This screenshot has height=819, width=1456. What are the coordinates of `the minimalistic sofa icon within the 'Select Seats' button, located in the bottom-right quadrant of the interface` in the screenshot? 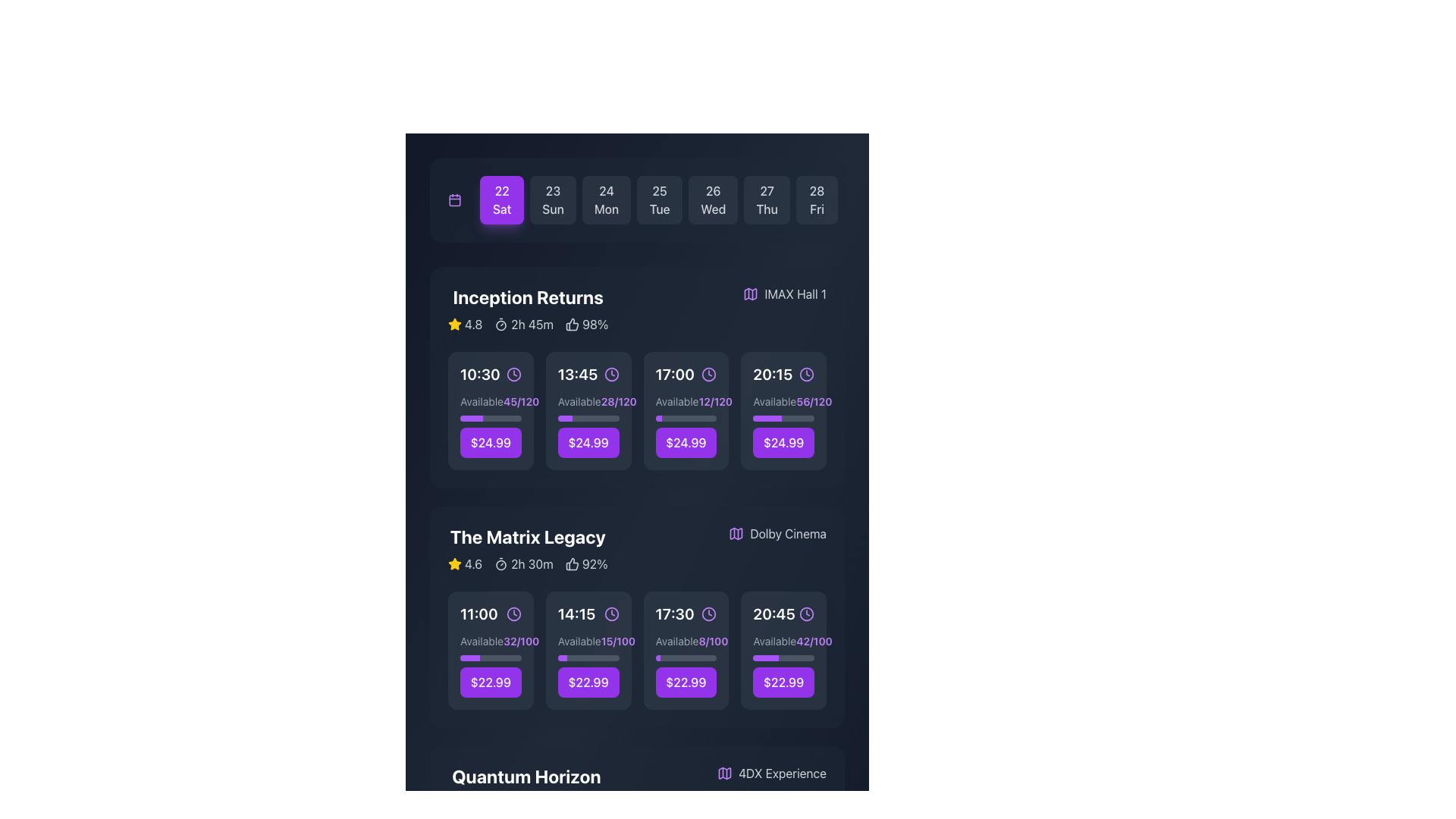 It's located at (662, 411).